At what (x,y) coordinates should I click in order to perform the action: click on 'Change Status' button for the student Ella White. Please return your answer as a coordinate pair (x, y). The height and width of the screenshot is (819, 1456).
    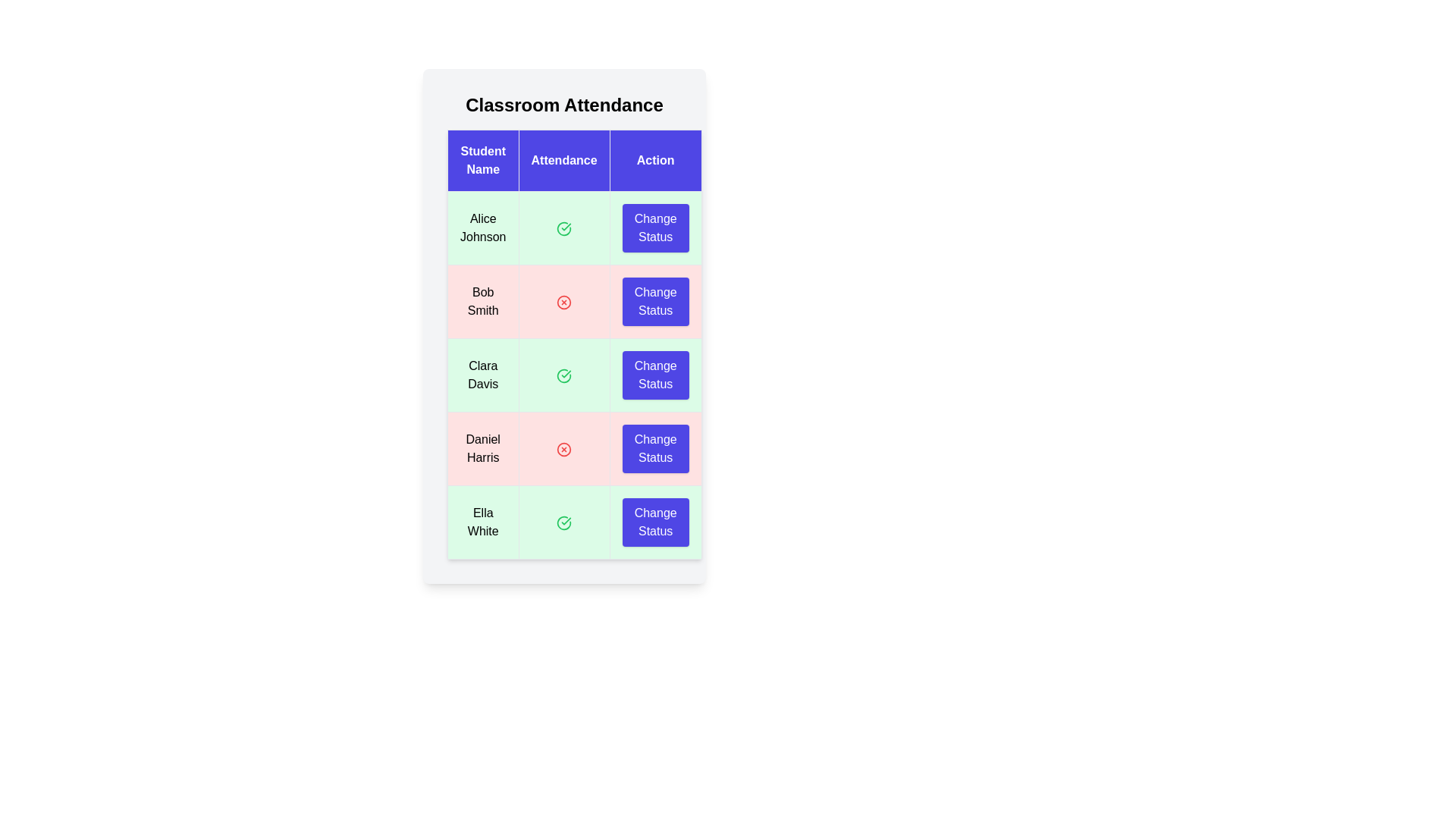
    Looking at the image, I should click on (655, 522).